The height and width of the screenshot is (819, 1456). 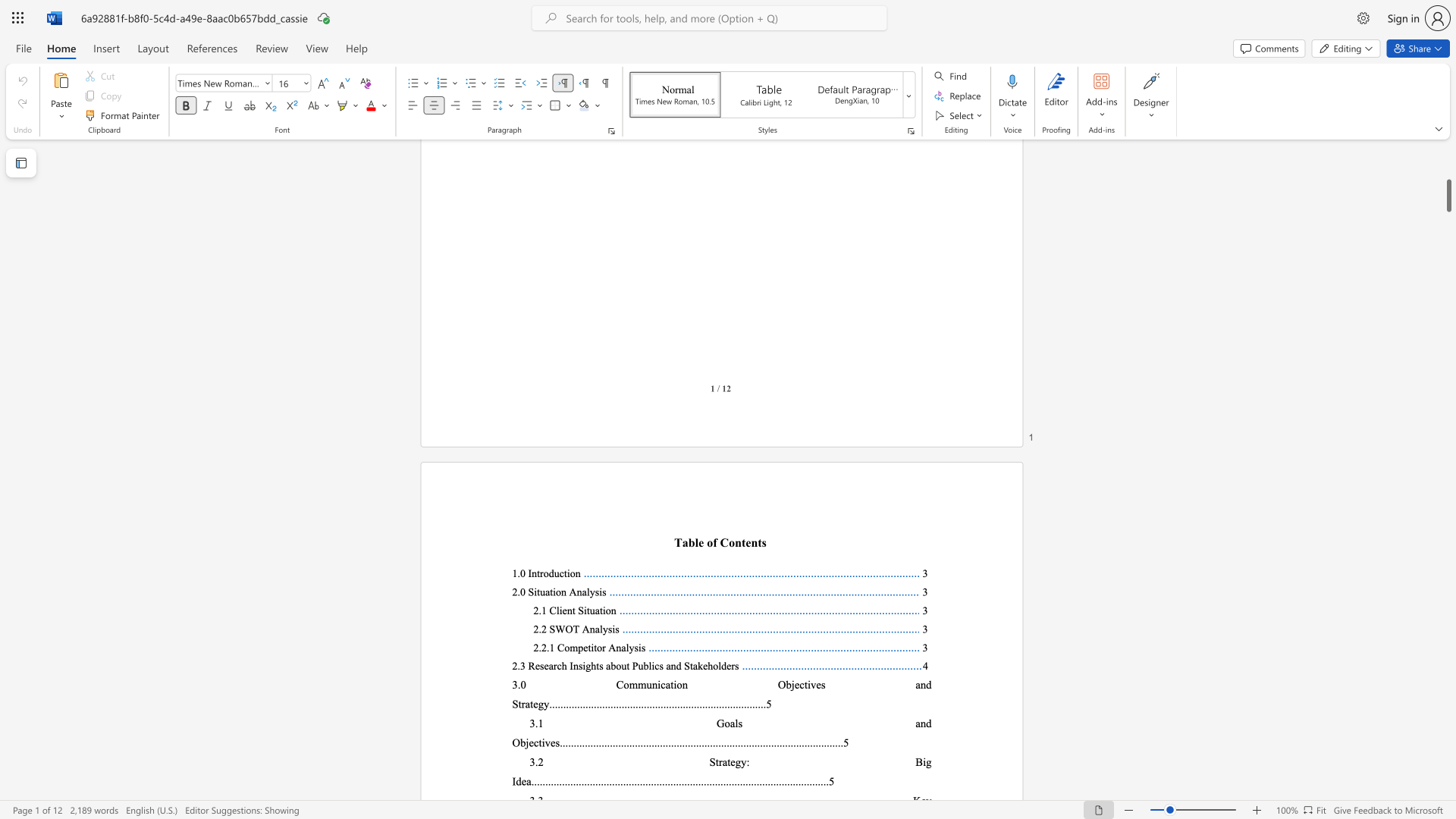 What do you see at coordinates (1448, 195) in the screenshot?
I see `the scrollbar and move up 20 pixels` at bounding box center [1448, 195].